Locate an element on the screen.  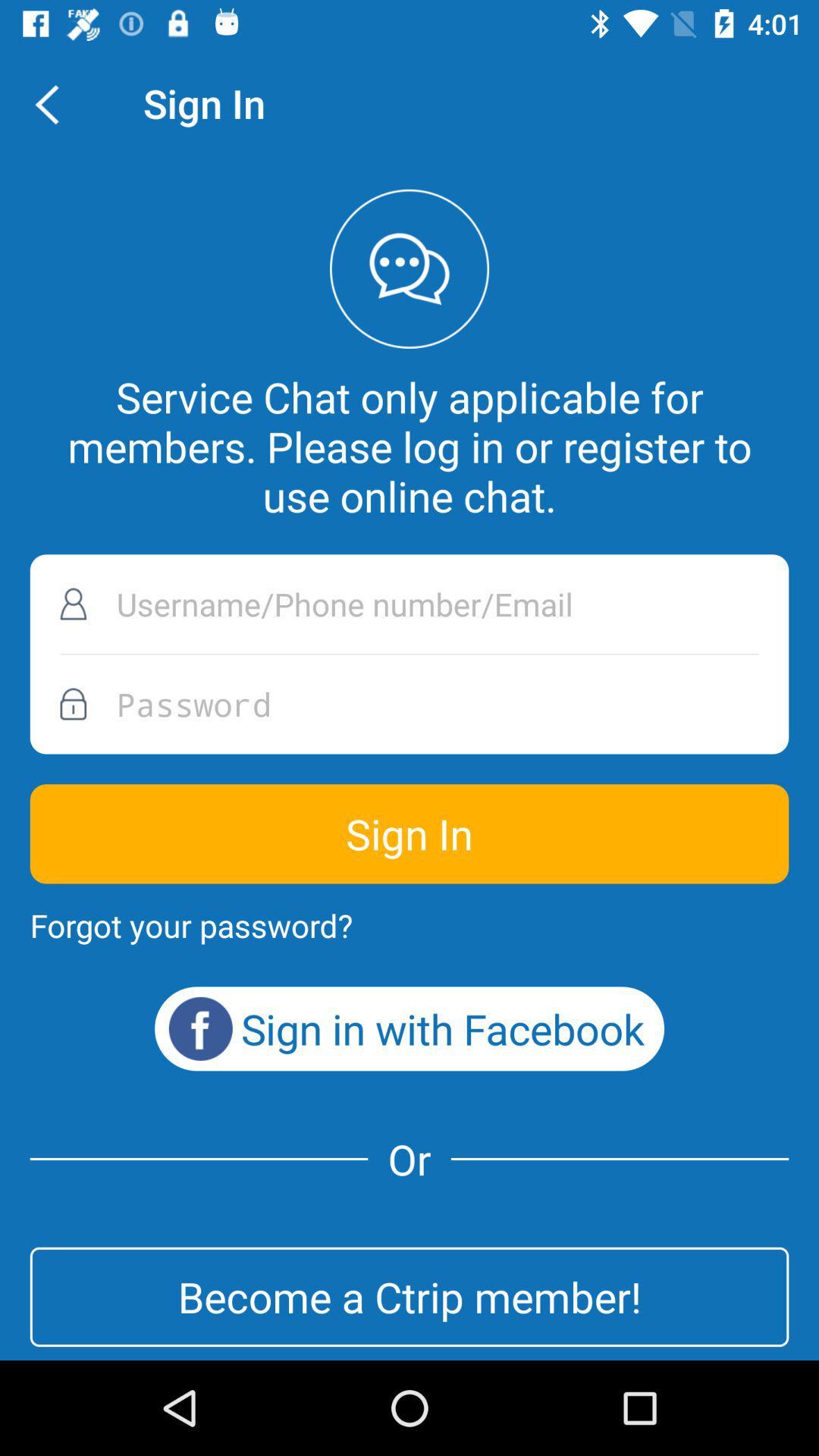
item to the left of the sign in is located at coordinates (55, 102).